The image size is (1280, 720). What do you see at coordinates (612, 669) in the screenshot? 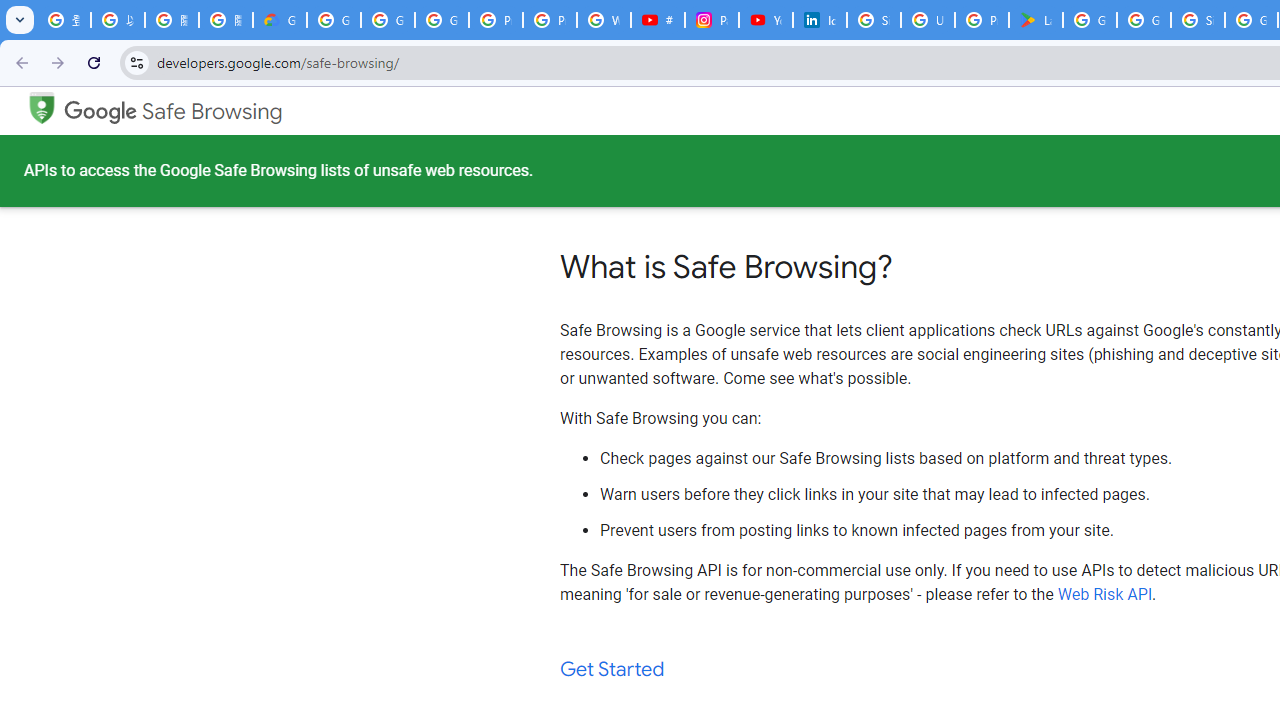
I see `'Get Started'` at bounding box center [612, 669].